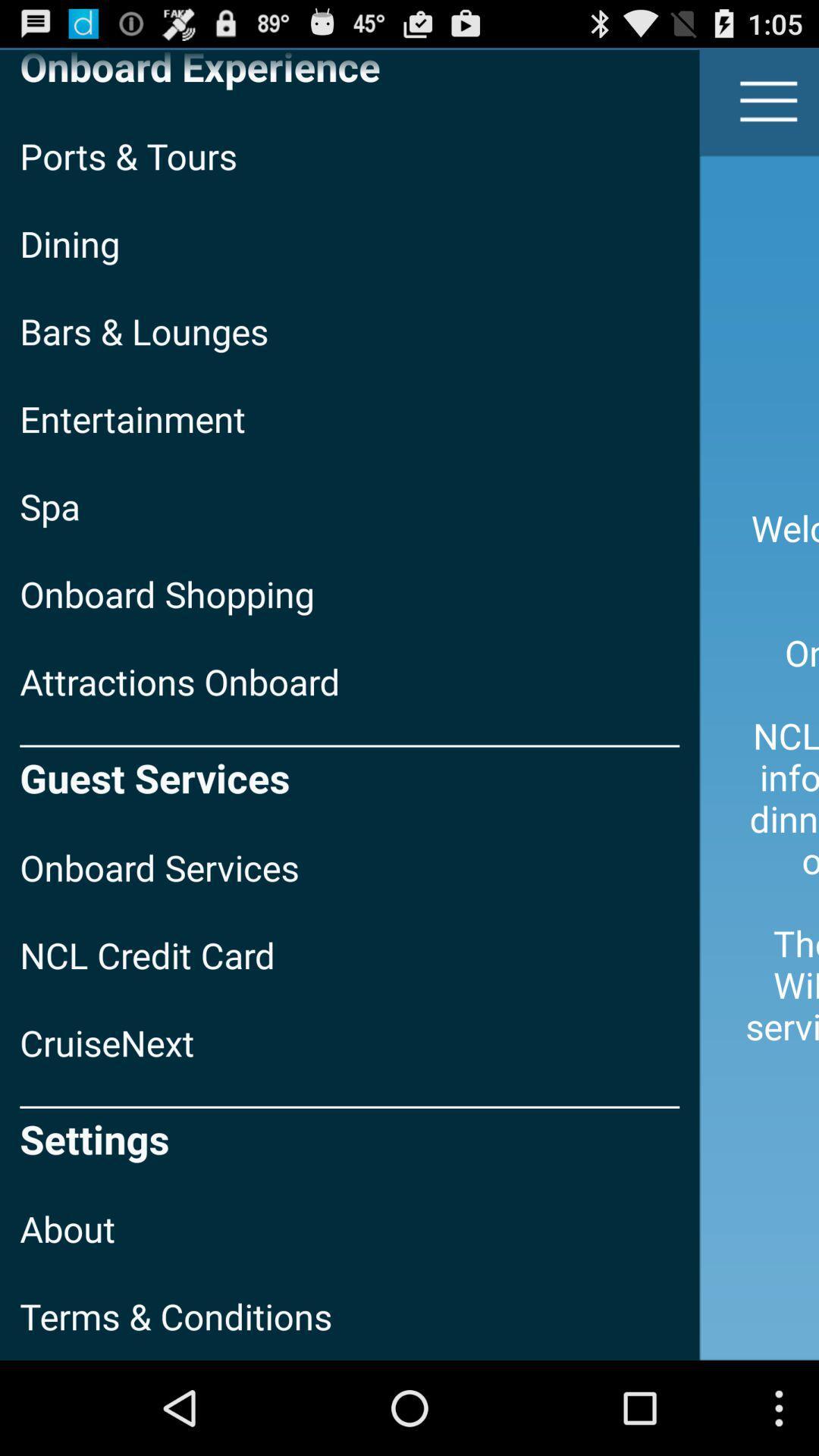 Image resolution: width=819 pixels, height=1456 pixels. Describe the element at coordinates (769, 100) in the screenshot. I see `the item next to the onboard experience item` at that location.